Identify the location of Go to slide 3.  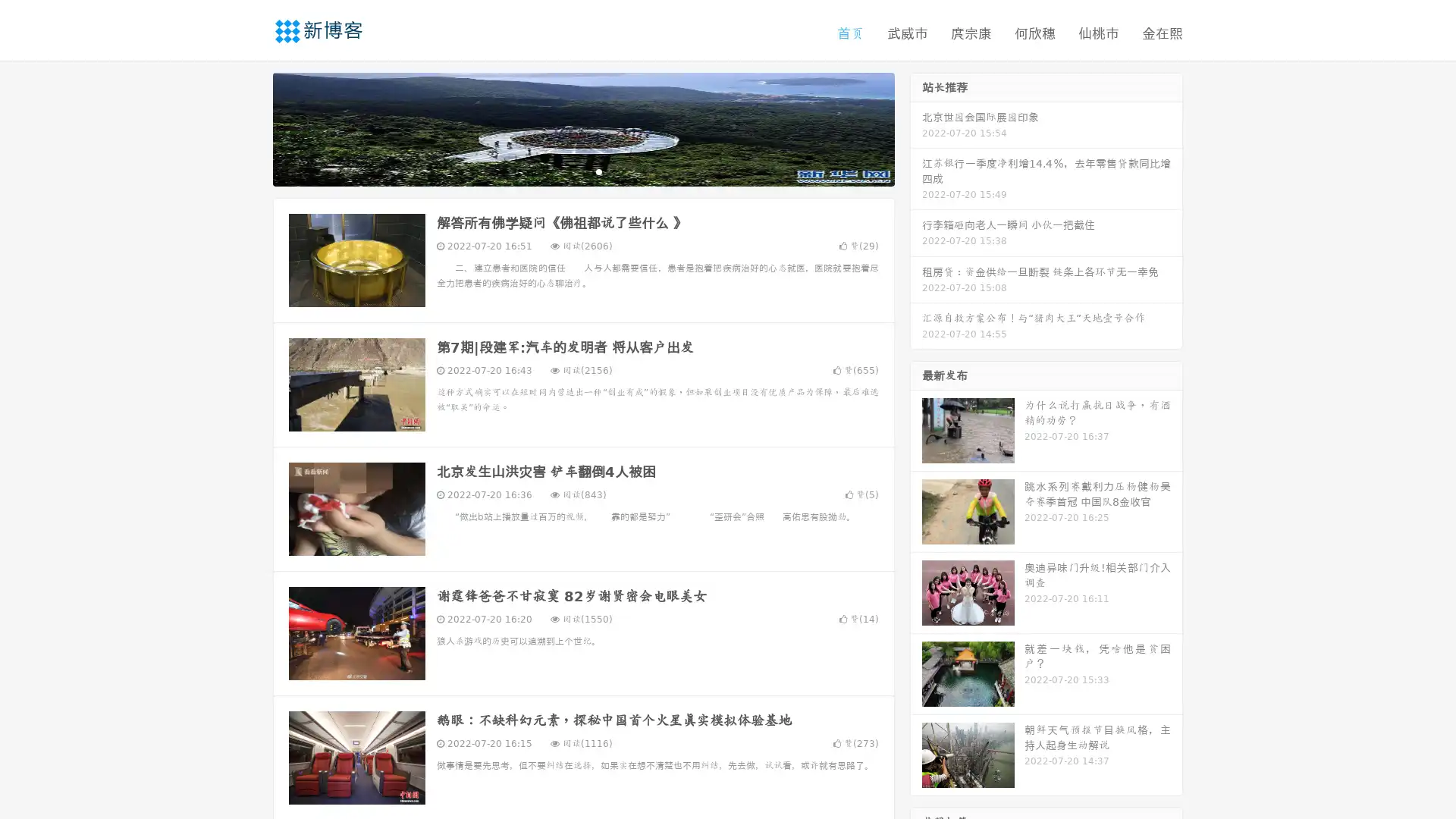
(598, 171).